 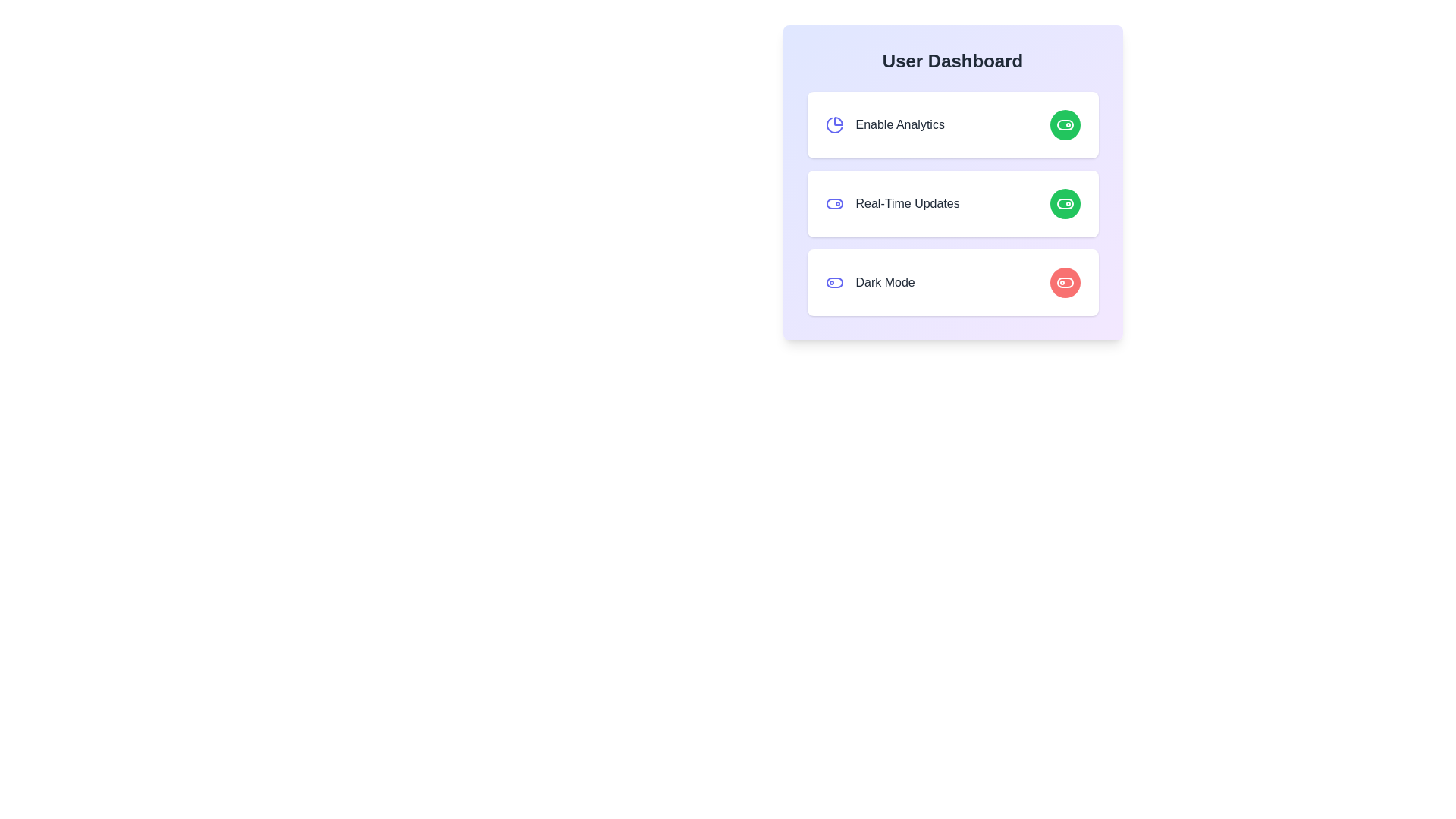 What do you see at coordinates (870, 283) in the screenshot?
I see `the 'Dark Mode' toggle label and icon in the User Dashboard, which is the third item in the vertical list, positioned between 'Real-Time Updates' and the next item` at bounding box center [870, 283].